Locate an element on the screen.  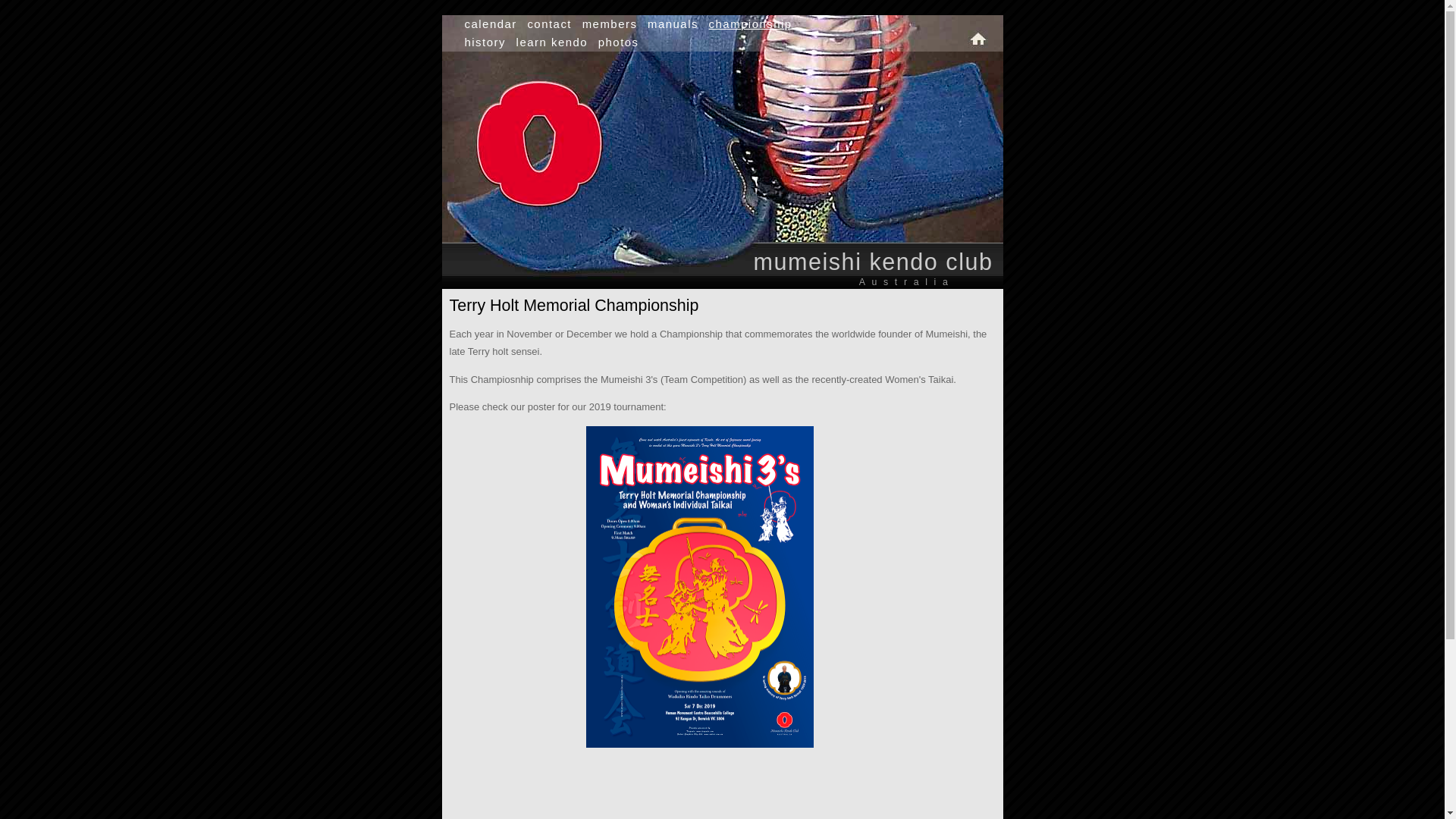
'manuals' is located at coordinates (648, 24).